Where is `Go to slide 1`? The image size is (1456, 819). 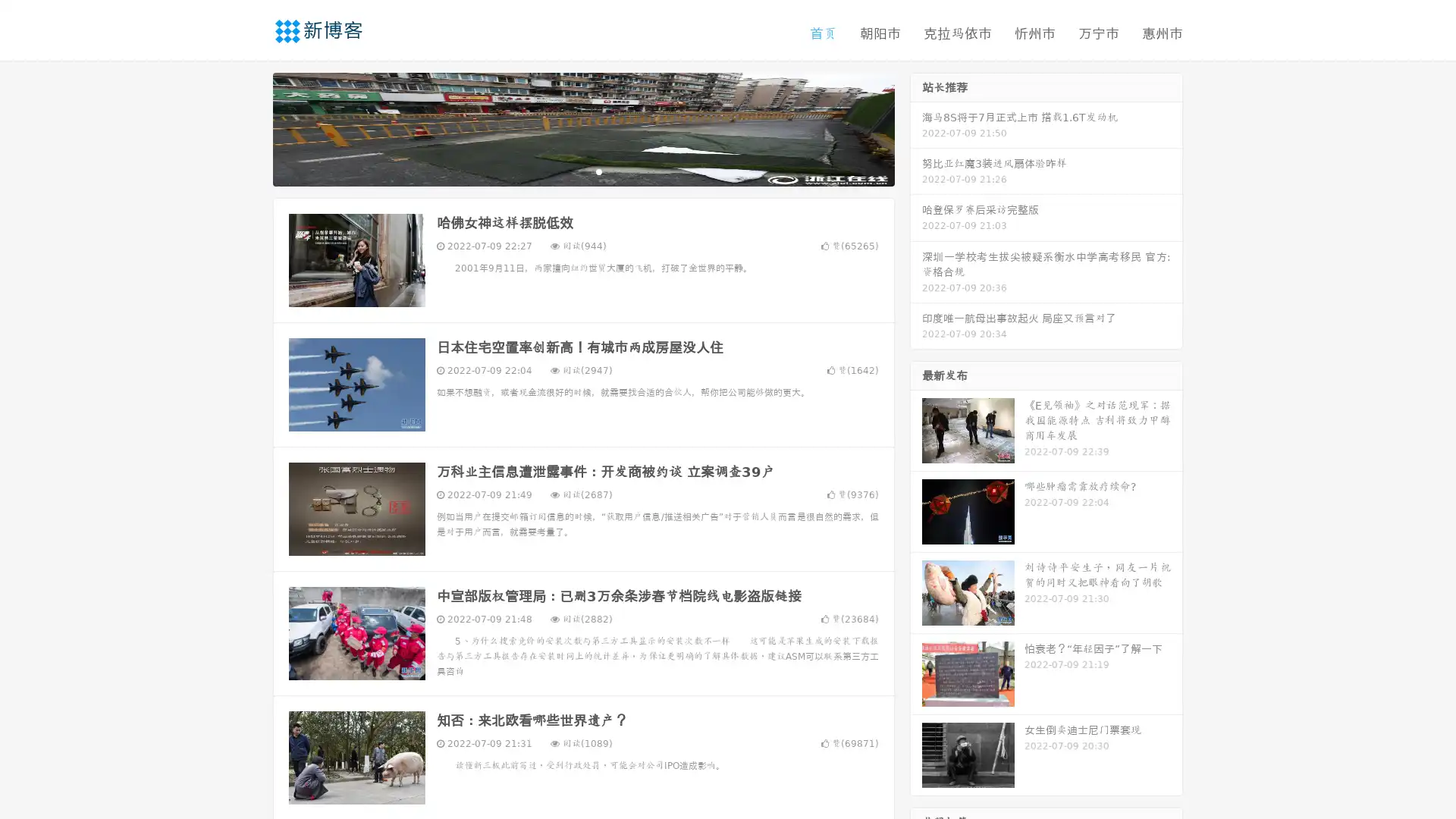 Go to slide 1 is located at coordinates (567, 171).